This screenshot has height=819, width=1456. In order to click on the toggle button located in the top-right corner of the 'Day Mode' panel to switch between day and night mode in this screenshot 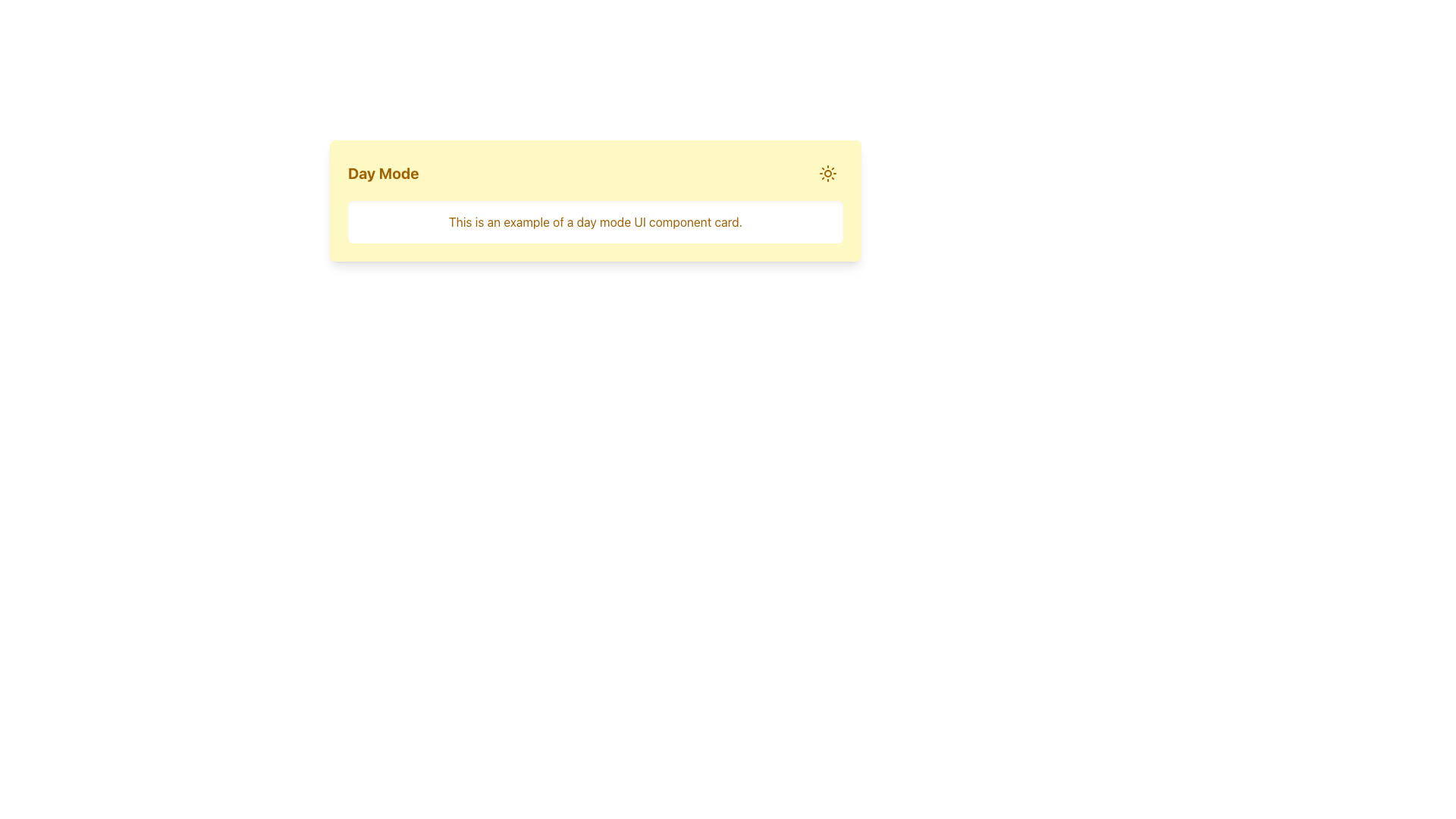, I will do `click(827, 172)`.